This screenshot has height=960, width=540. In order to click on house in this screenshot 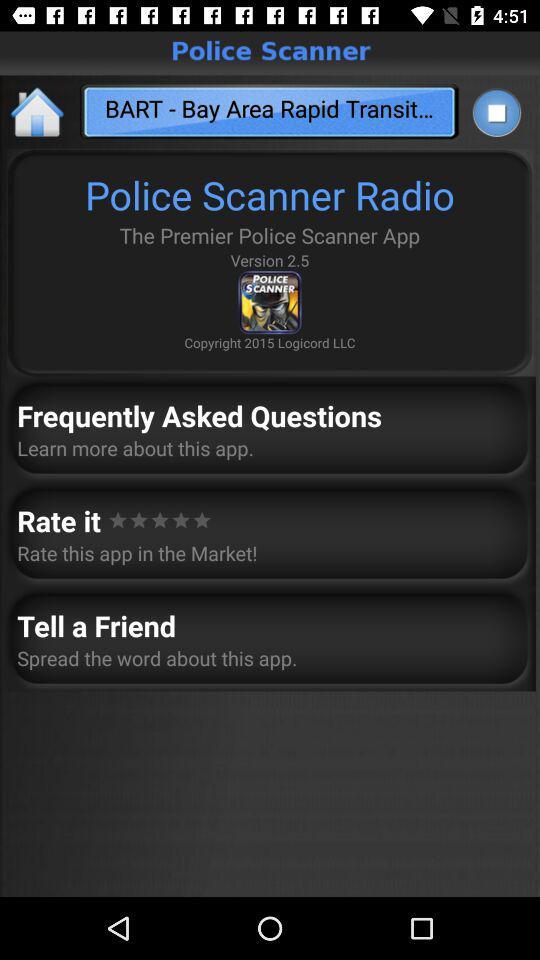, I will do `click(38, 111)`.